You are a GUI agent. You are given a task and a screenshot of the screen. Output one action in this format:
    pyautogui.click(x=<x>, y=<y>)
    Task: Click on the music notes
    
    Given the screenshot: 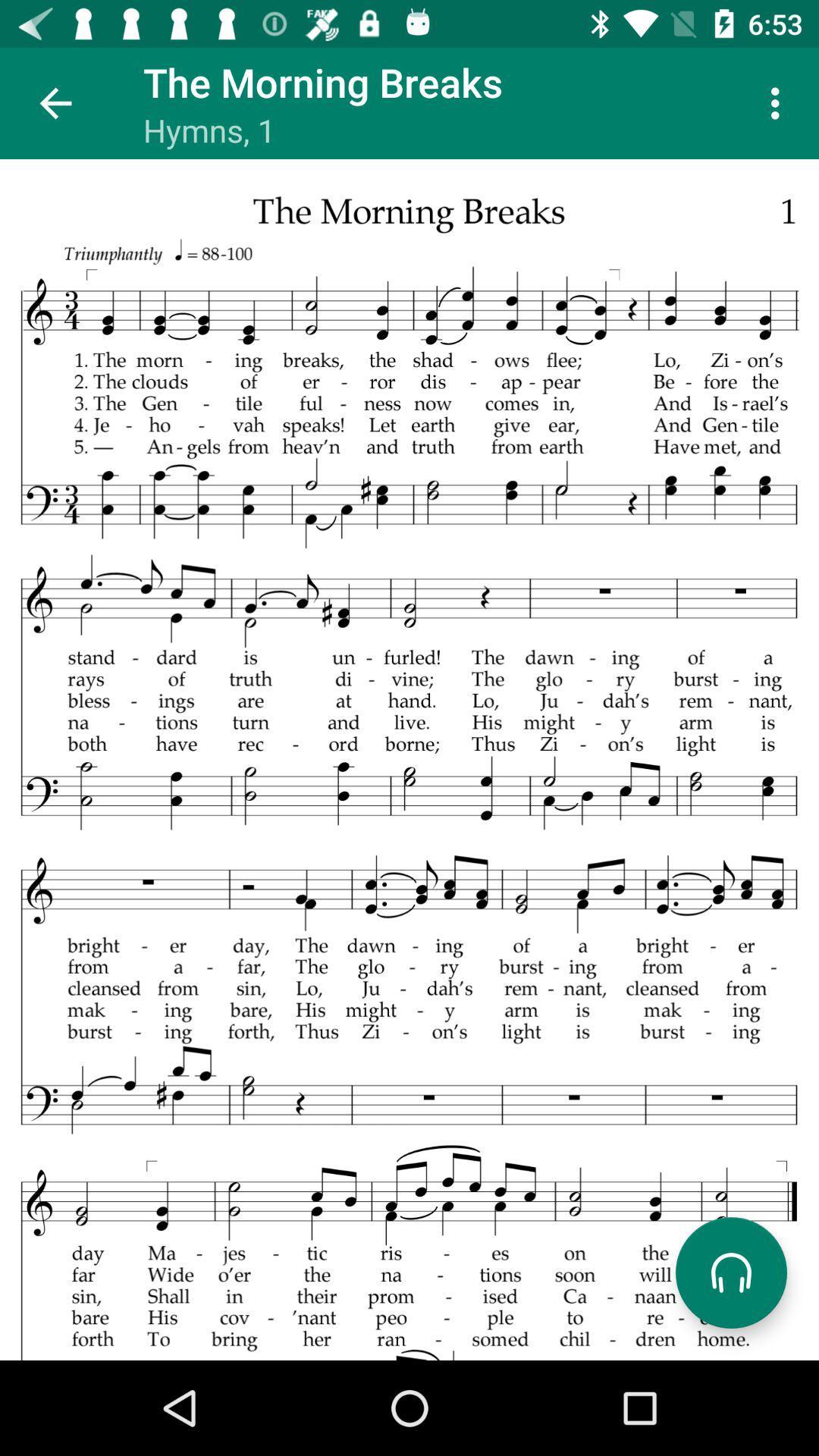 What is the action you would take?
    pyautogui.click(x=409, y=760)
    